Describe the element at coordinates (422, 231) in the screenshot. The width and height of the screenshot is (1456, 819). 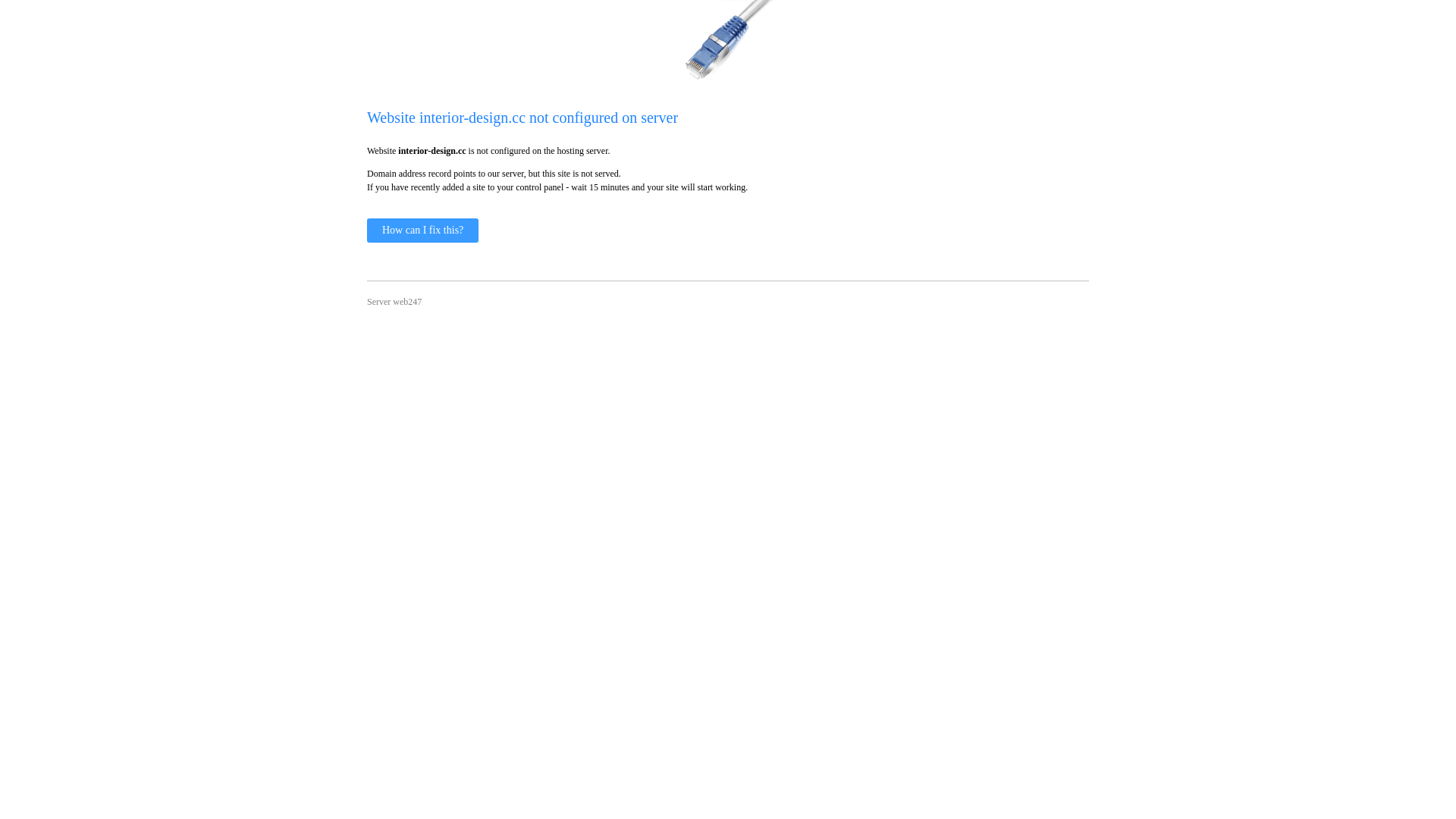
I see `'How can I fix this?'` at that location.